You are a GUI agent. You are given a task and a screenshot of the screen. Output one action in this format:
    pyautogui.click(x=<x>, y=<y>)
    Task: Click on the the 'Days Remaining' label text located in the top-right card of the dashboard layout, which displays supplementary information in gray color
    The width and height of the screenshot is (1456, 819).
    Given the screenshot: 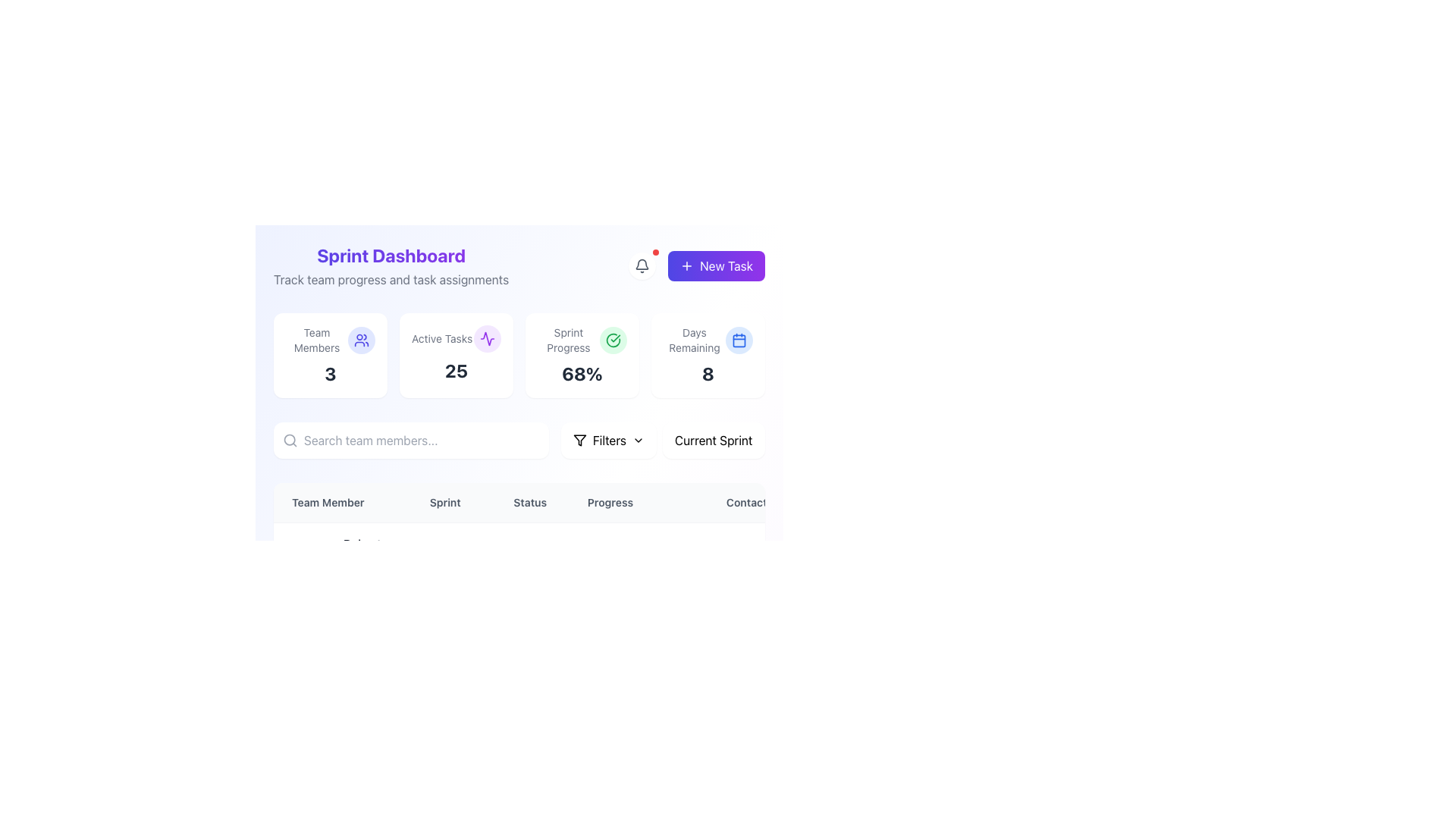 What is the action you would take?
    pyautogui.click(x=694, y=339)
    